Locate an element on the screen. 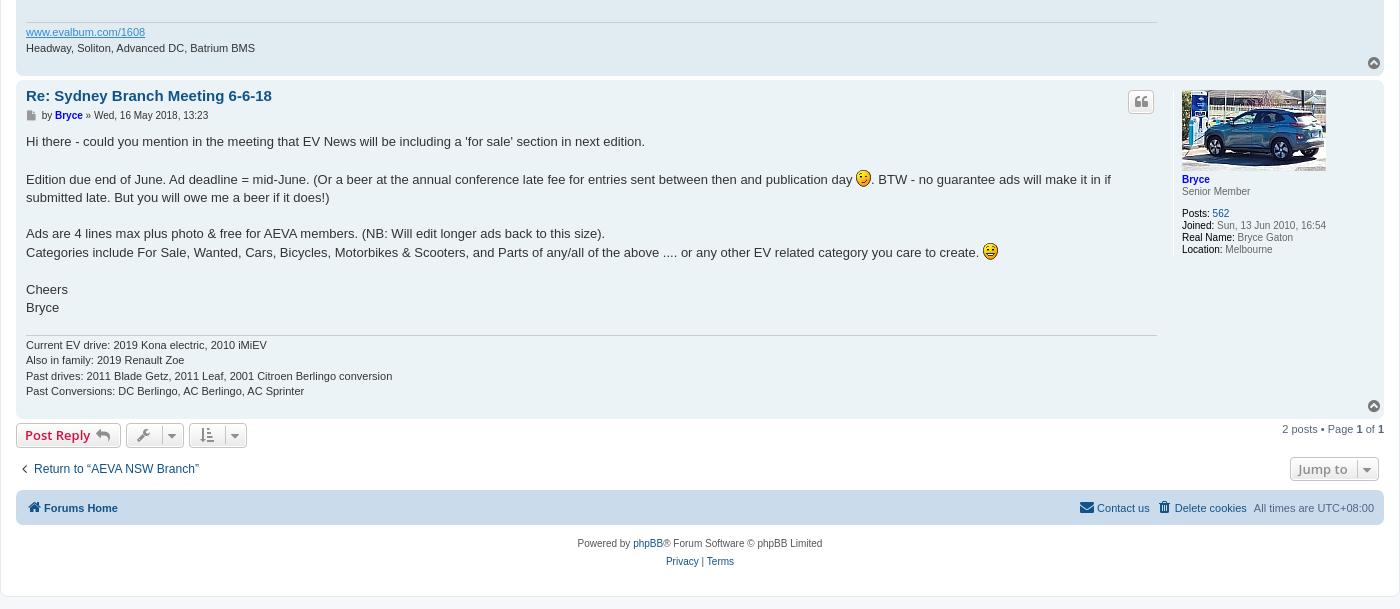  'All times are' is located at coordinates (1285, 505).